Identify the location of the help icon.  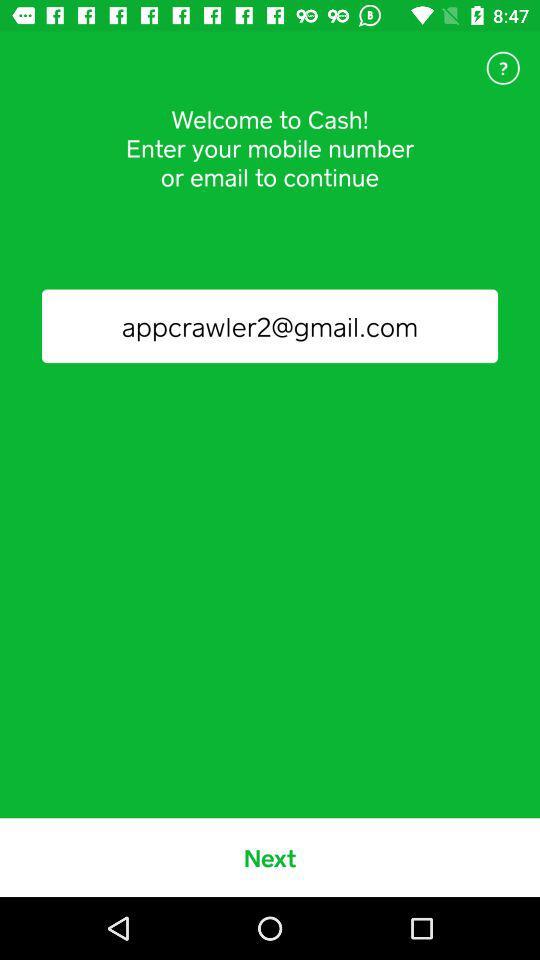
(502, 68).